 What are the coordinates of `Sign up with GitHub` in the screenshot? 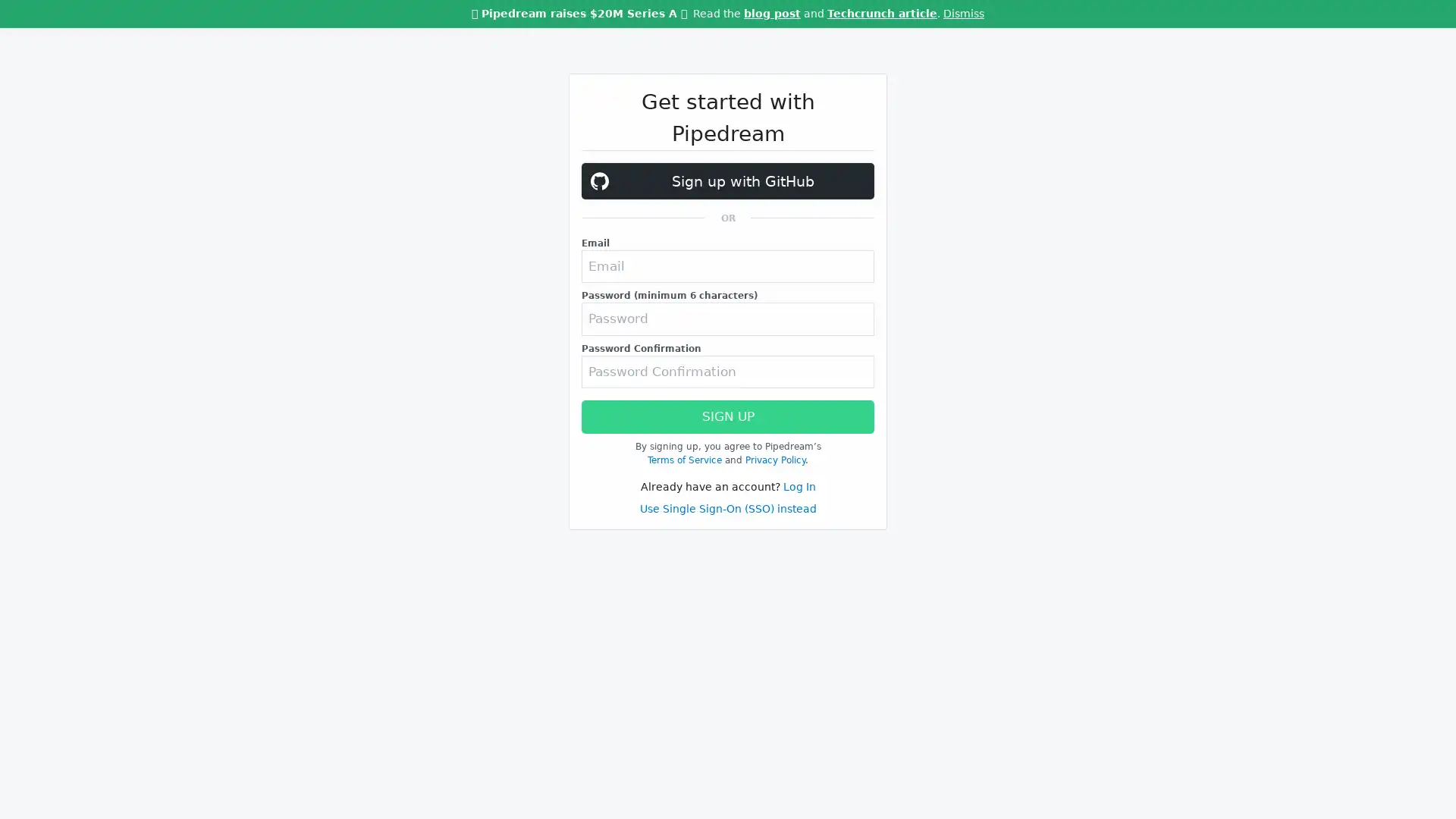 It's located at (728, 230).